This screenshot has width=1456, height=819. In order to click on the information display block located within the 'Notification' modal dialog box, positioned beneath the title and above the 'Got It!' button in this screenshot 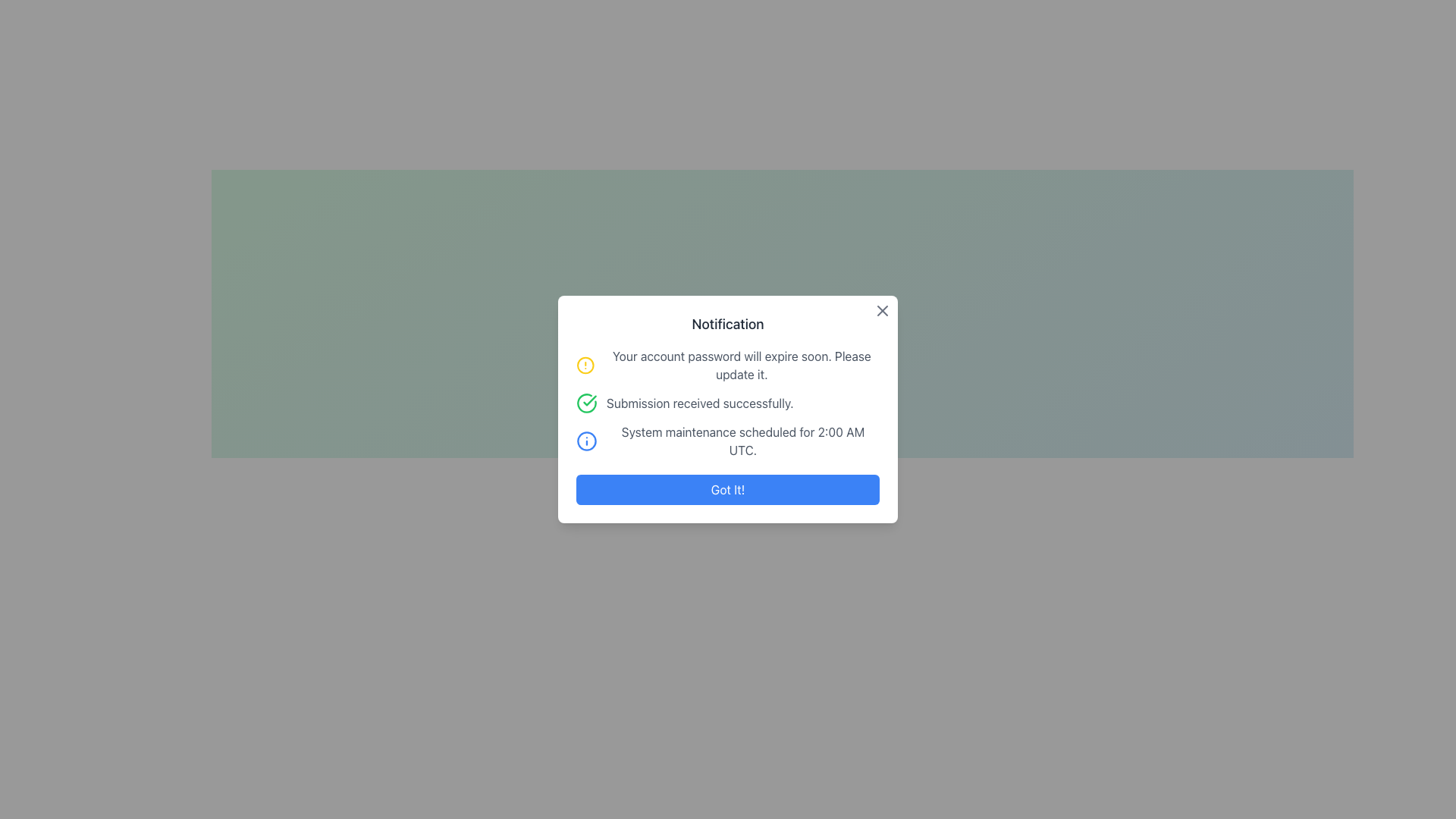, I will do `click(728, 403)`.